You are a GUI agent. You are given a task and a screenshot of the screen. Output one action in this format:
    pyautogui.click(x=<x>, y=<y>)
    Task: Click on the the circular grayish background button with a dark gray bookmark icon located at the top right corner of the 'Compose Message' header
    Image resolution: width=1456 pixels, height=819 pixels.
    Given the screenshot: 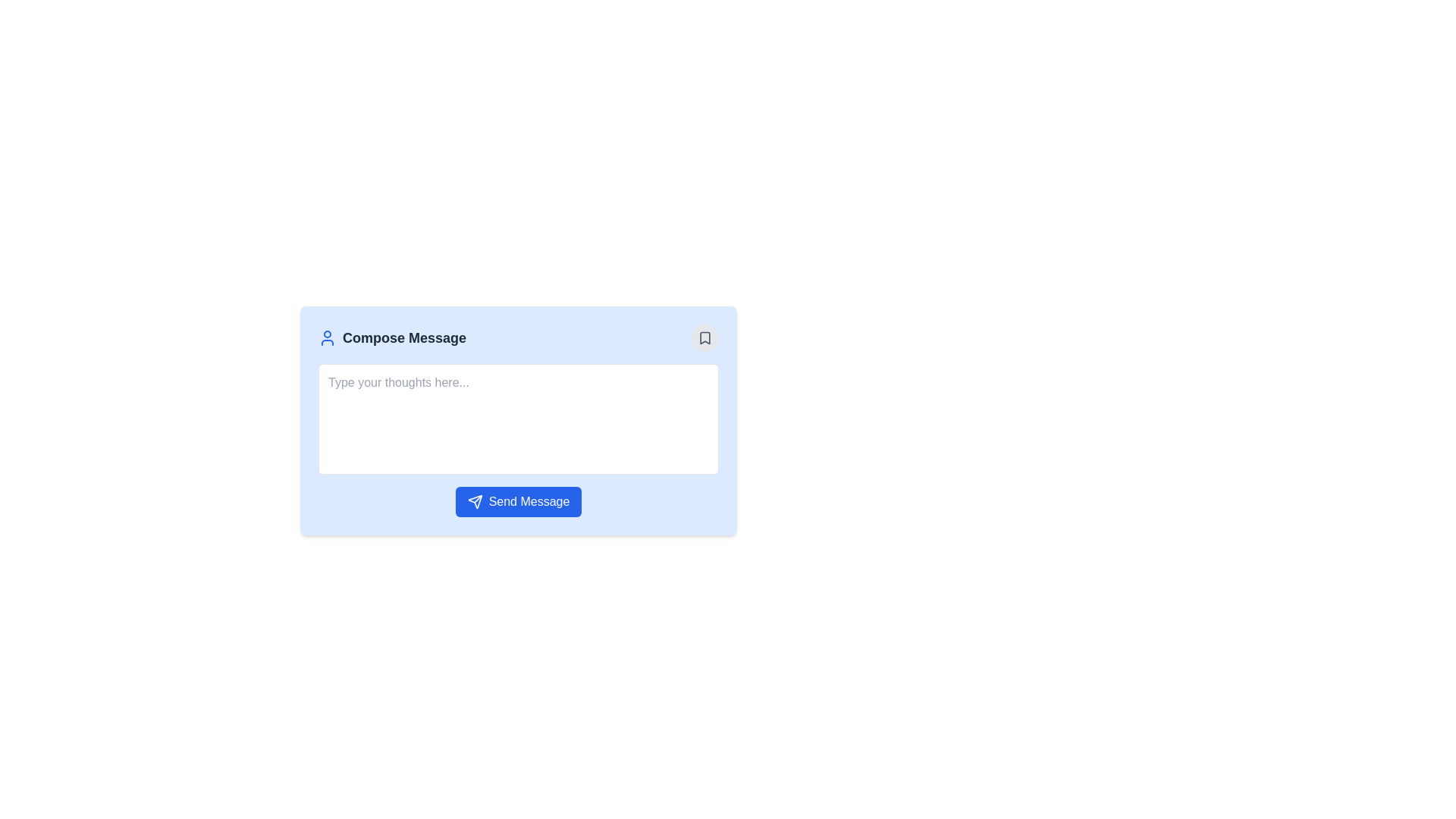 What is the action you would take?
    pyautogui.click(x=704, y=337)
    